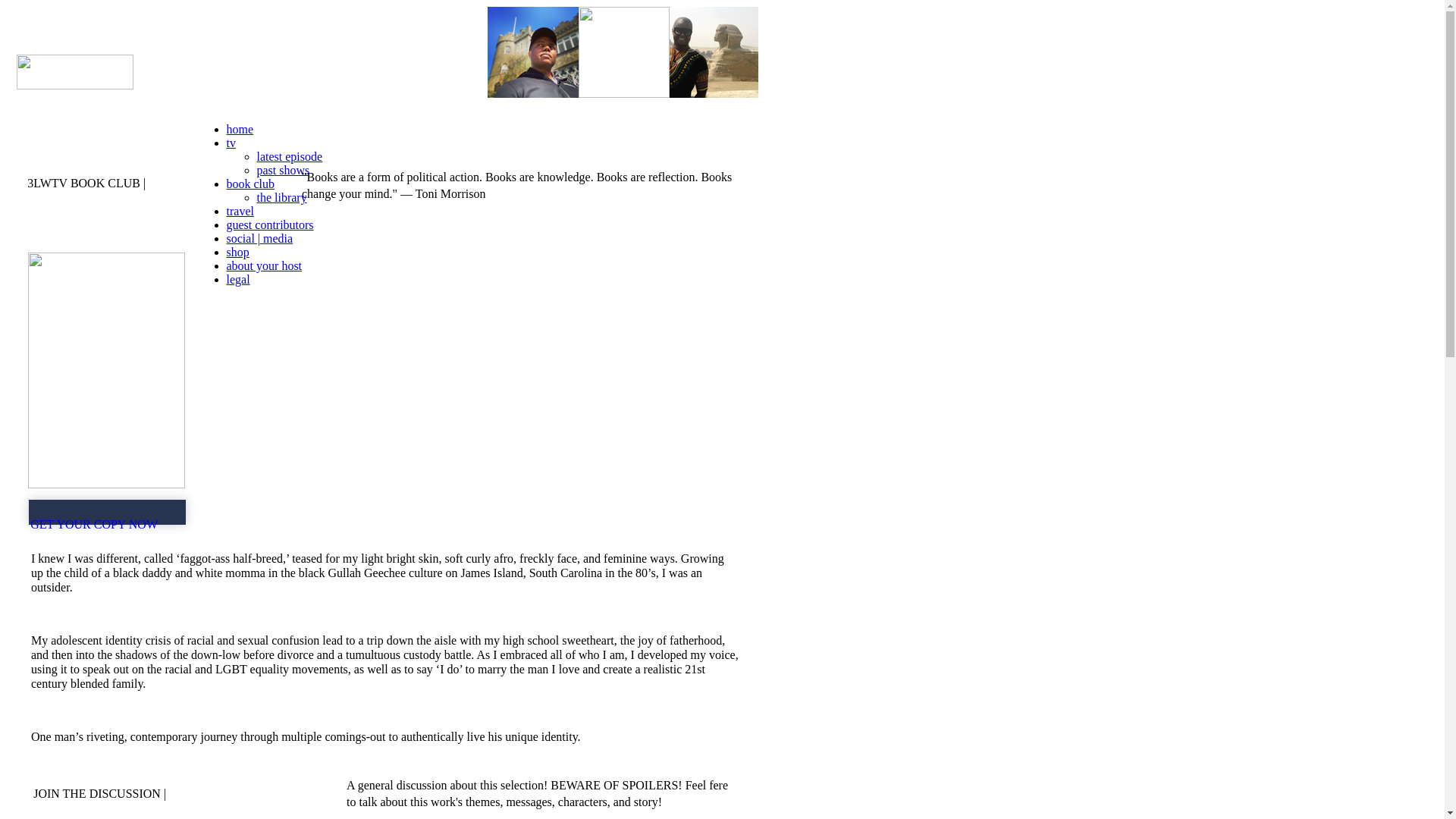  Describe the element at coordinates (224, 143) in the screenshot. I see `'tv'` at that location.